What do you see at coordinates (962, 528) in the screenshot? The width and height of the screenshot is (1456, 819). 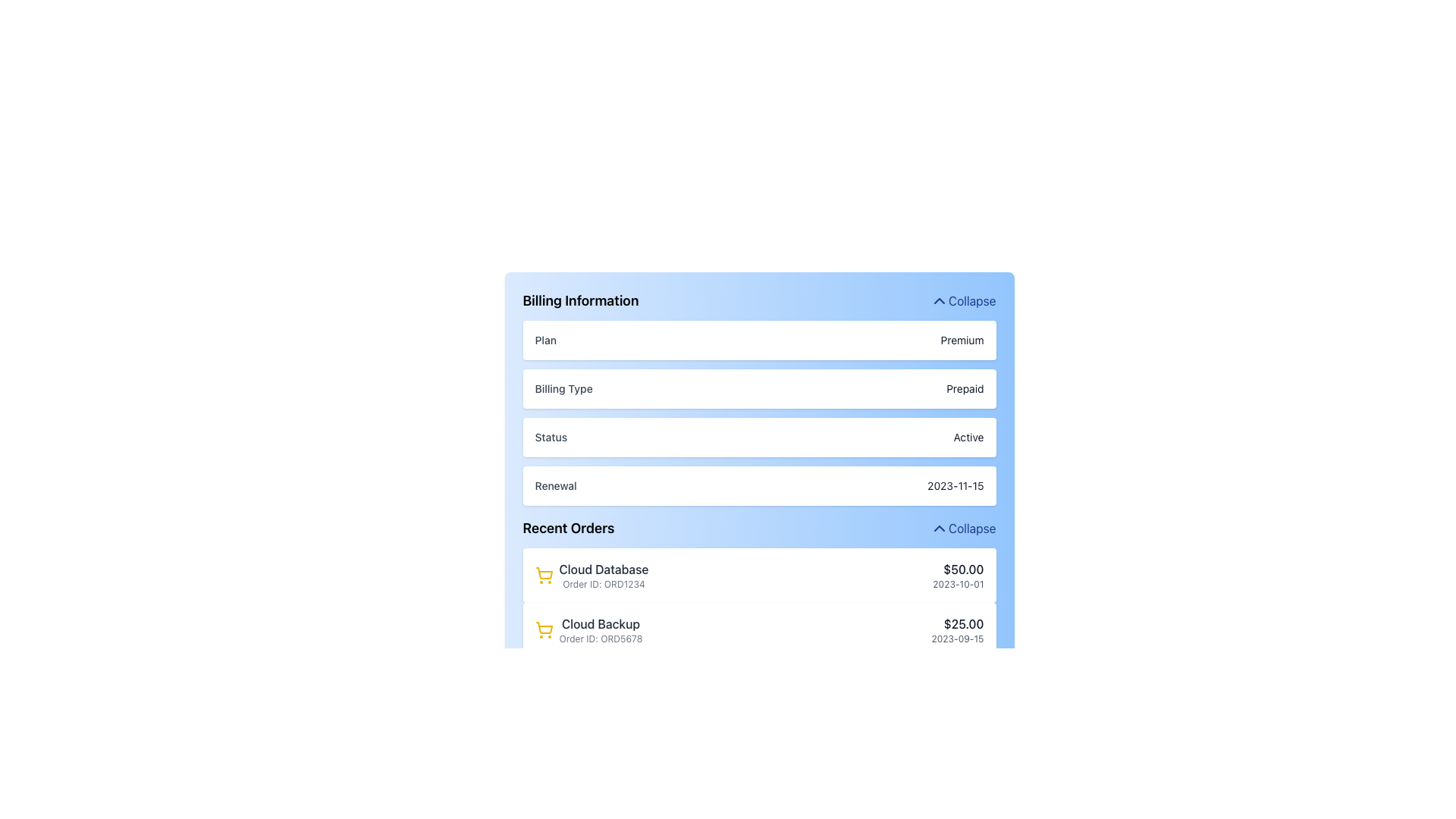 I see `the 'Collapse' button located to the right of the chevron icon in the 'Recent Orders' section` at bounding box center [962, 528].